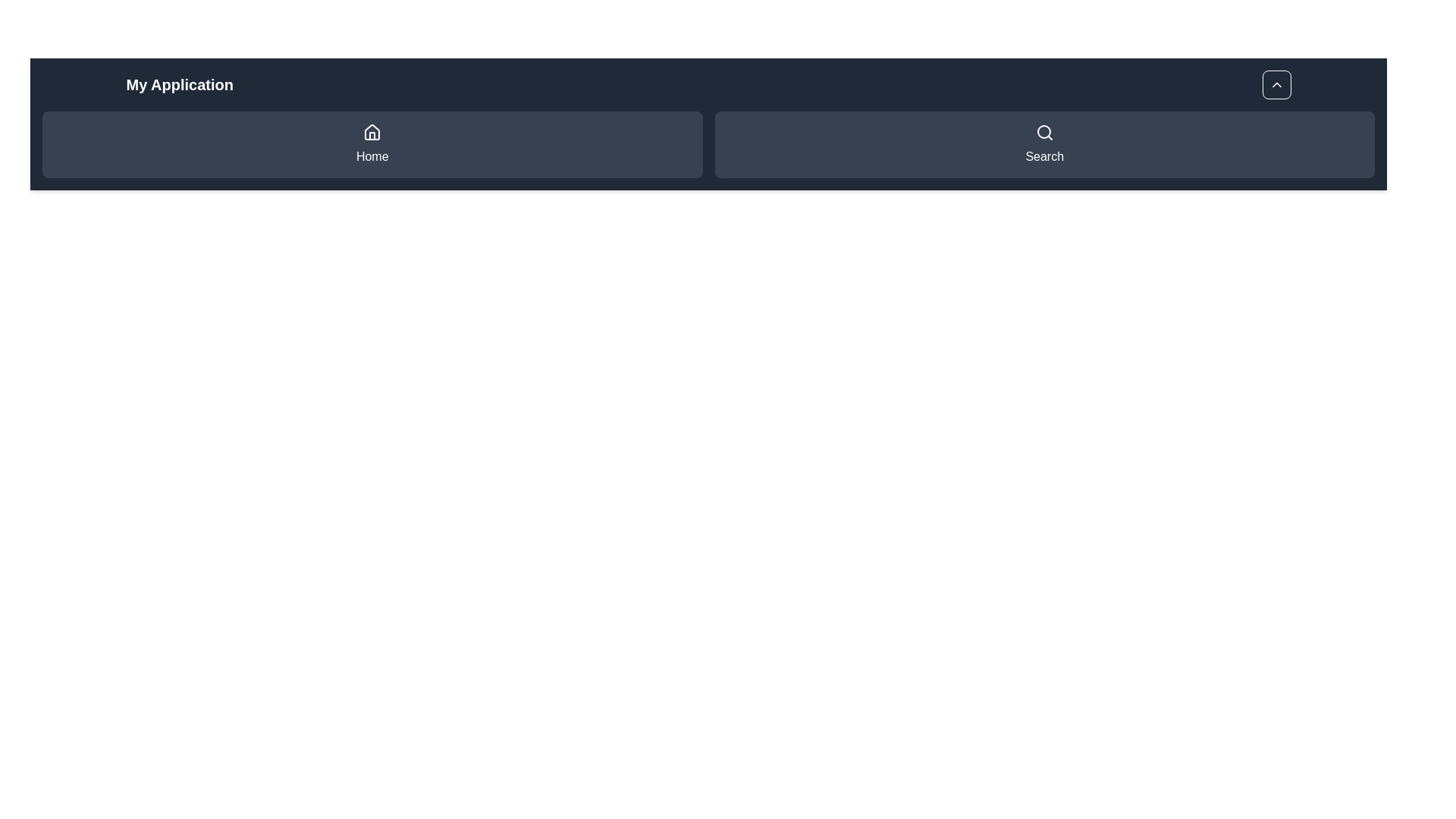 This screenshot has width=1456, height=819. I want to click on the 'Home' icon located in the top-left of the interface, within the first interactive tab of the navigation bar, so click(372, 131).